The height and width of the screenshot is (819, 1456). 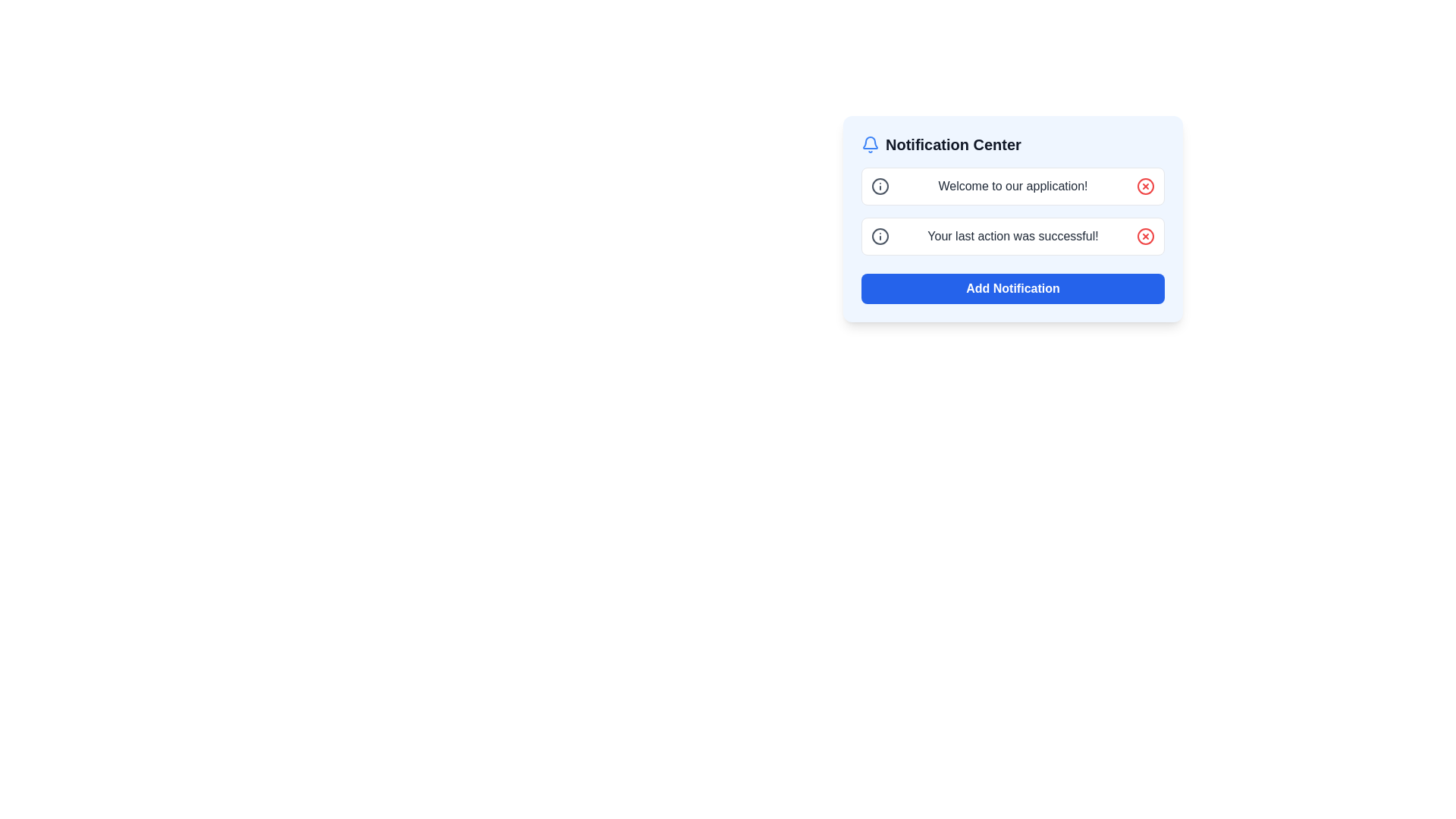 What do you see at coordinates (880, 186) in the screenshot?
I see `the decorative circle within the SVG graphic that is part of the 'info' icon, located to the left of the text 'Your last action was successful!' in the second notification entry` at bounding box center [880, 186].